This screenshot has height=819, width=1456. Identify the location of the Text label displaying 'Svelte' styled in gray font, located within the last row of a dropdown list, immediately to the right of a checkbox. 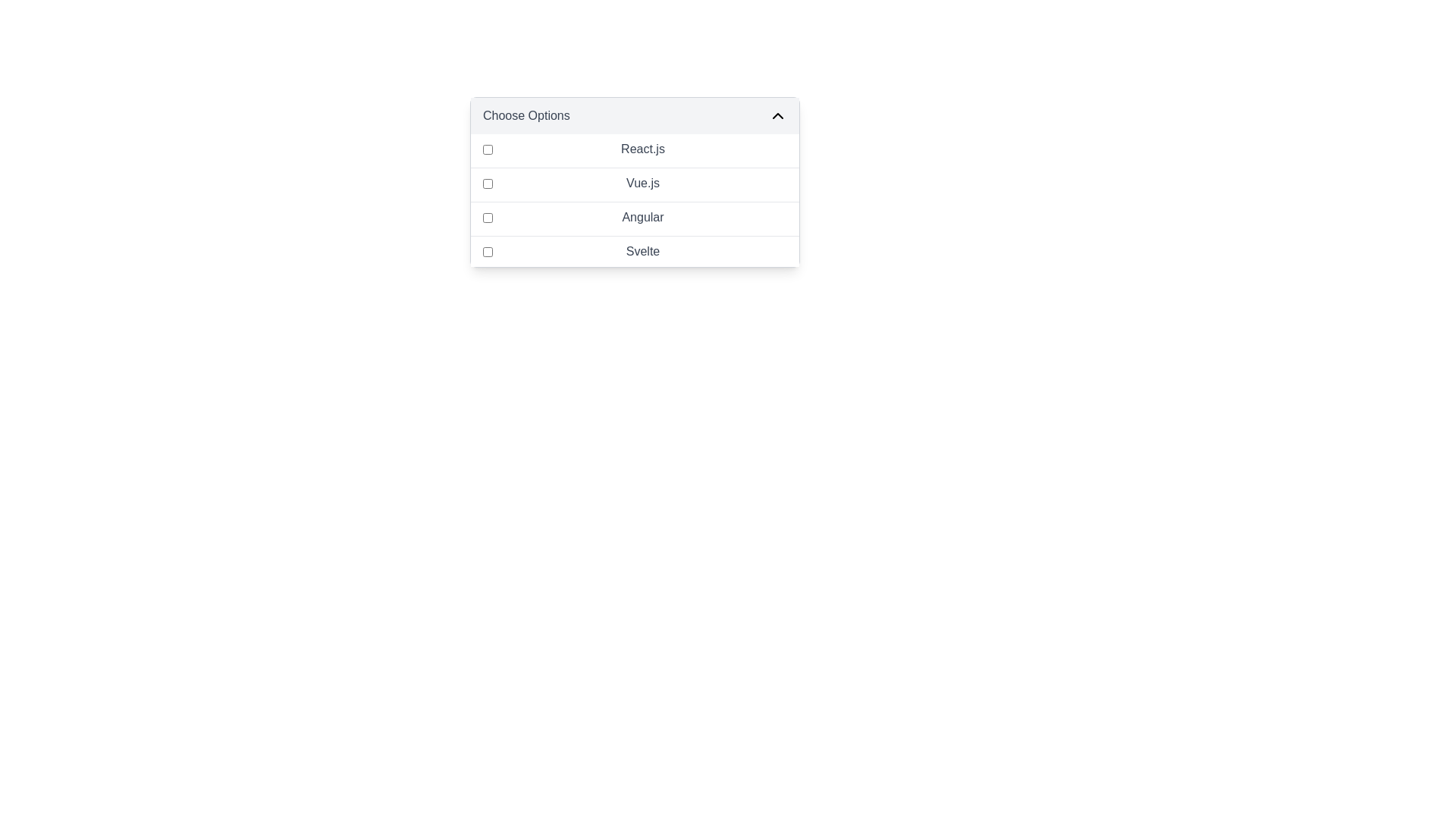
(643, 250).